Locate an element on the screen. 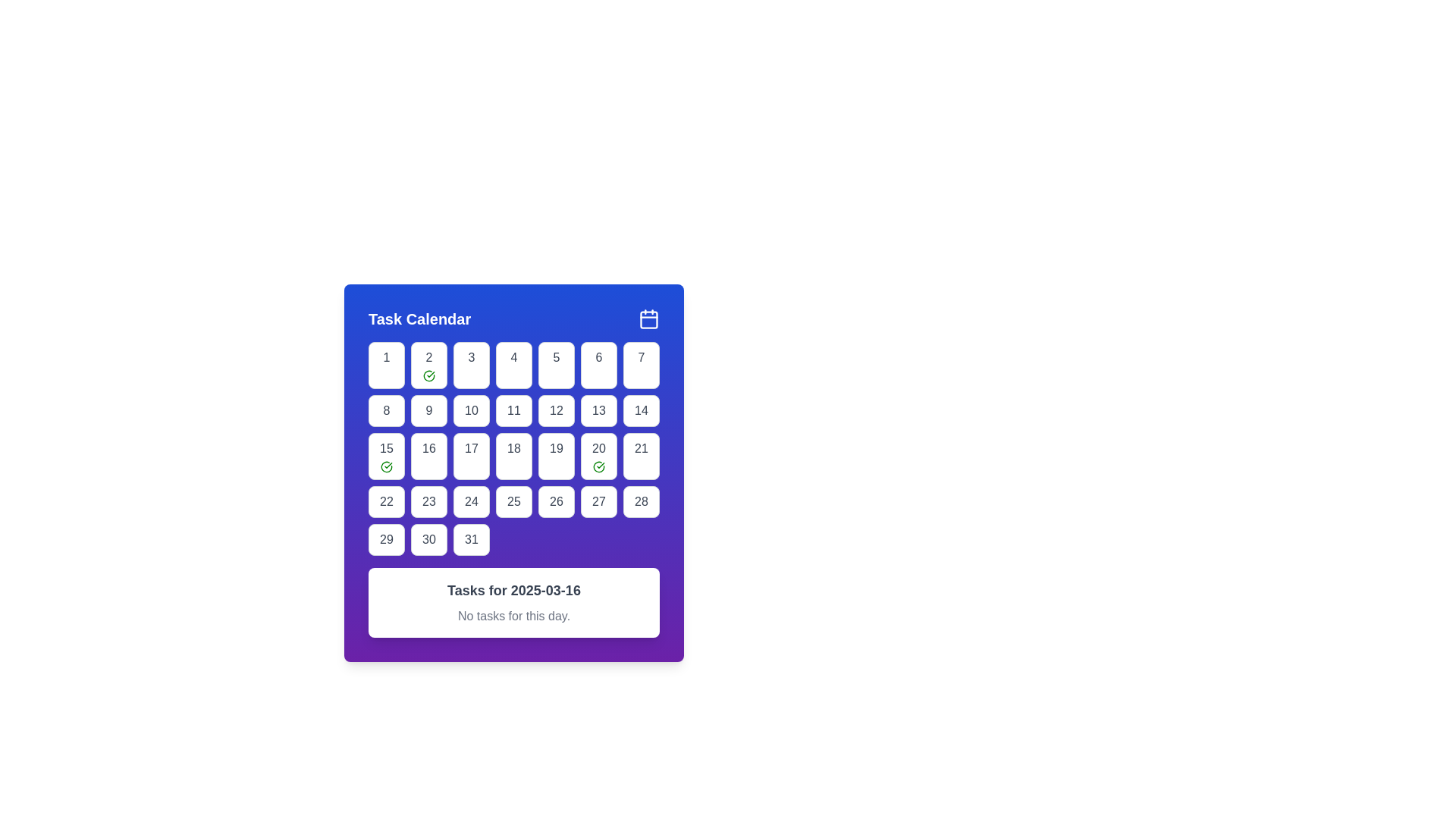  the date '6' in the calendar is located at coordinates (598, 357).